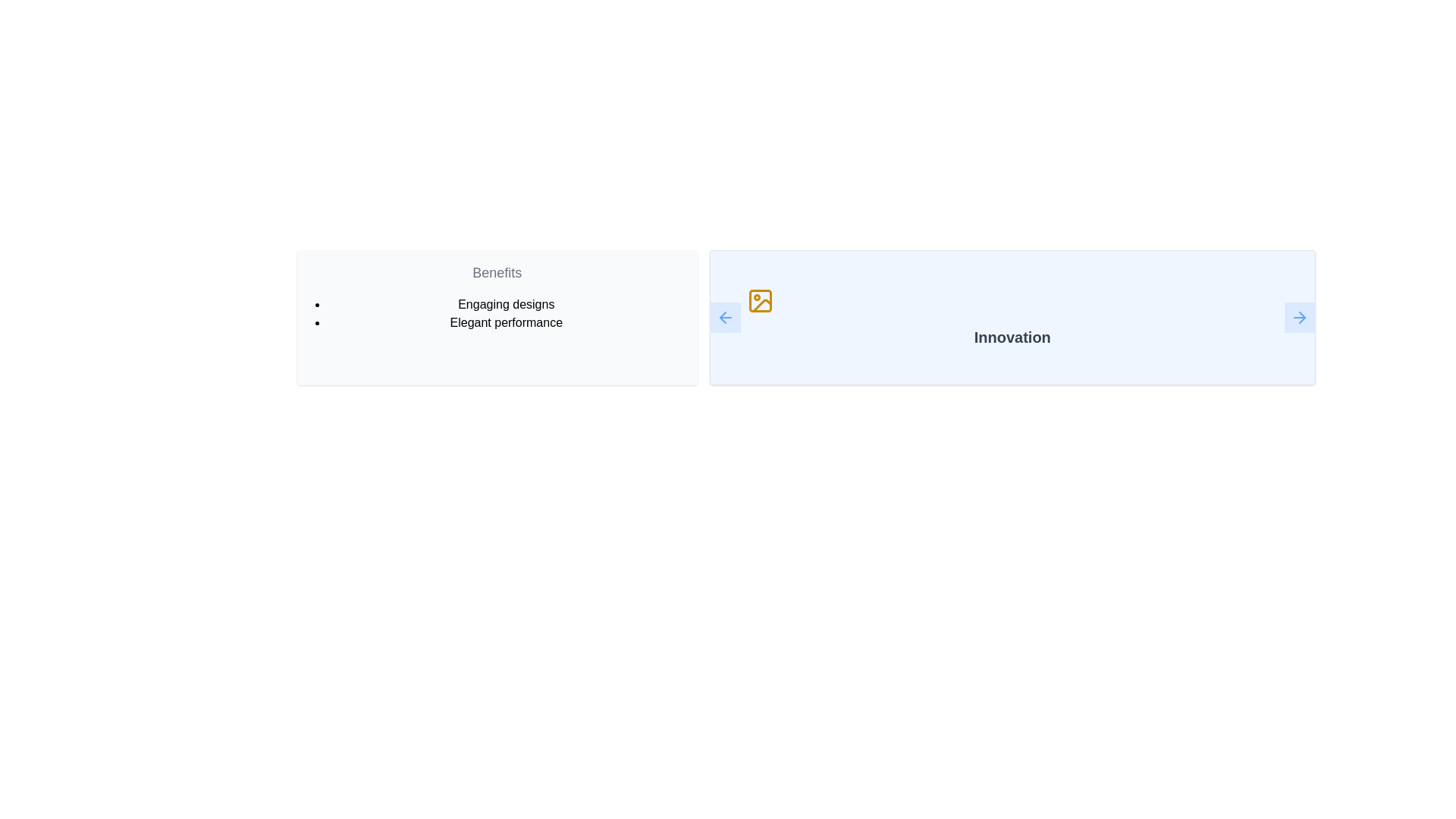 This screenshot has height=819, width=1456. Describe the element at coordinates (760, 301) in the screenshot. I see `the yellow photograph icon with a curling corner effect, which is located to the left of the text 'Innovation'` at that location.